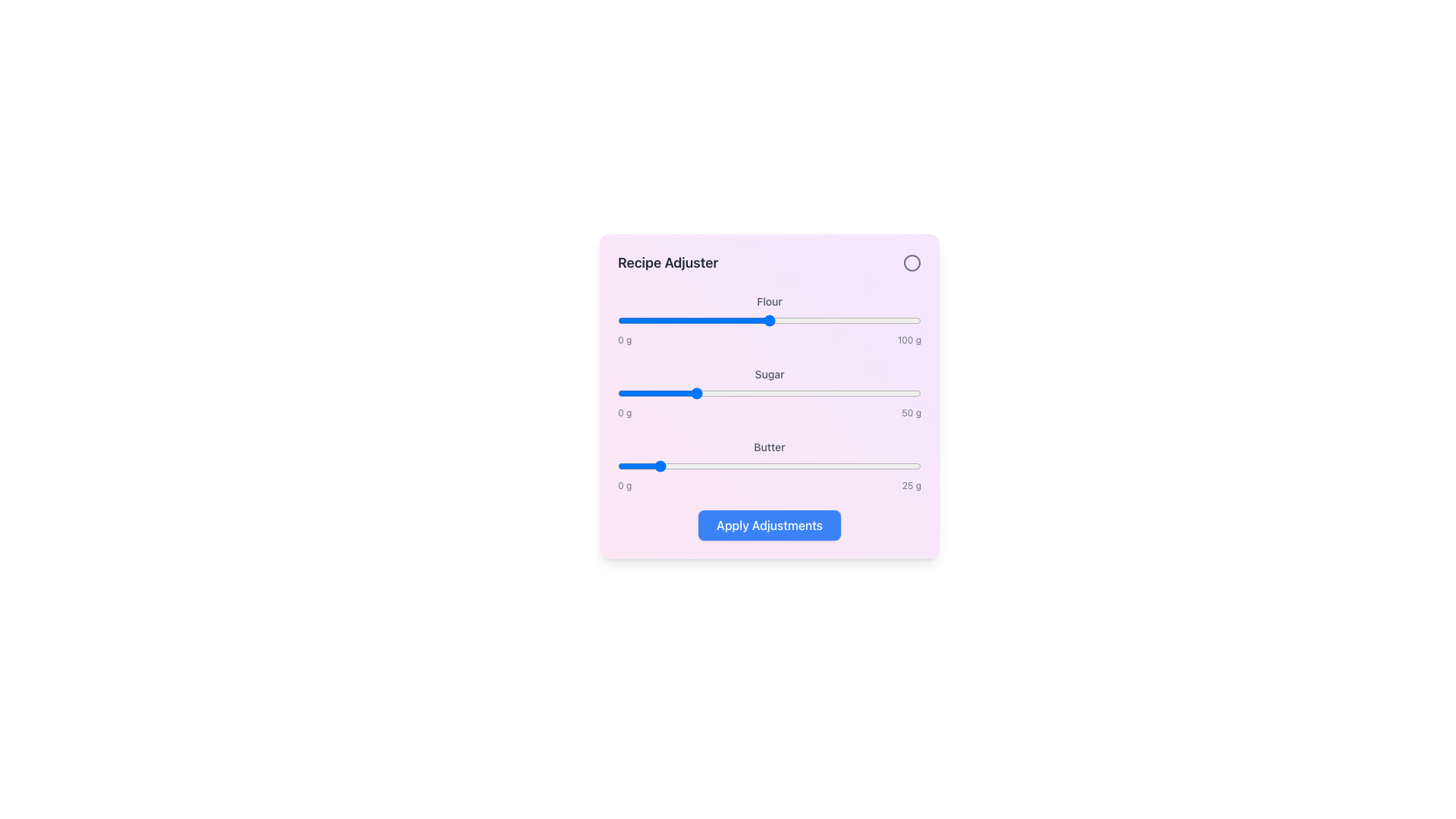 The image size is (1456, 819). I want to click on text displayed in the label showing '0 g' positioned to the left of the slider in the 'Recipe Adjuster' interface, so click(625, 485).